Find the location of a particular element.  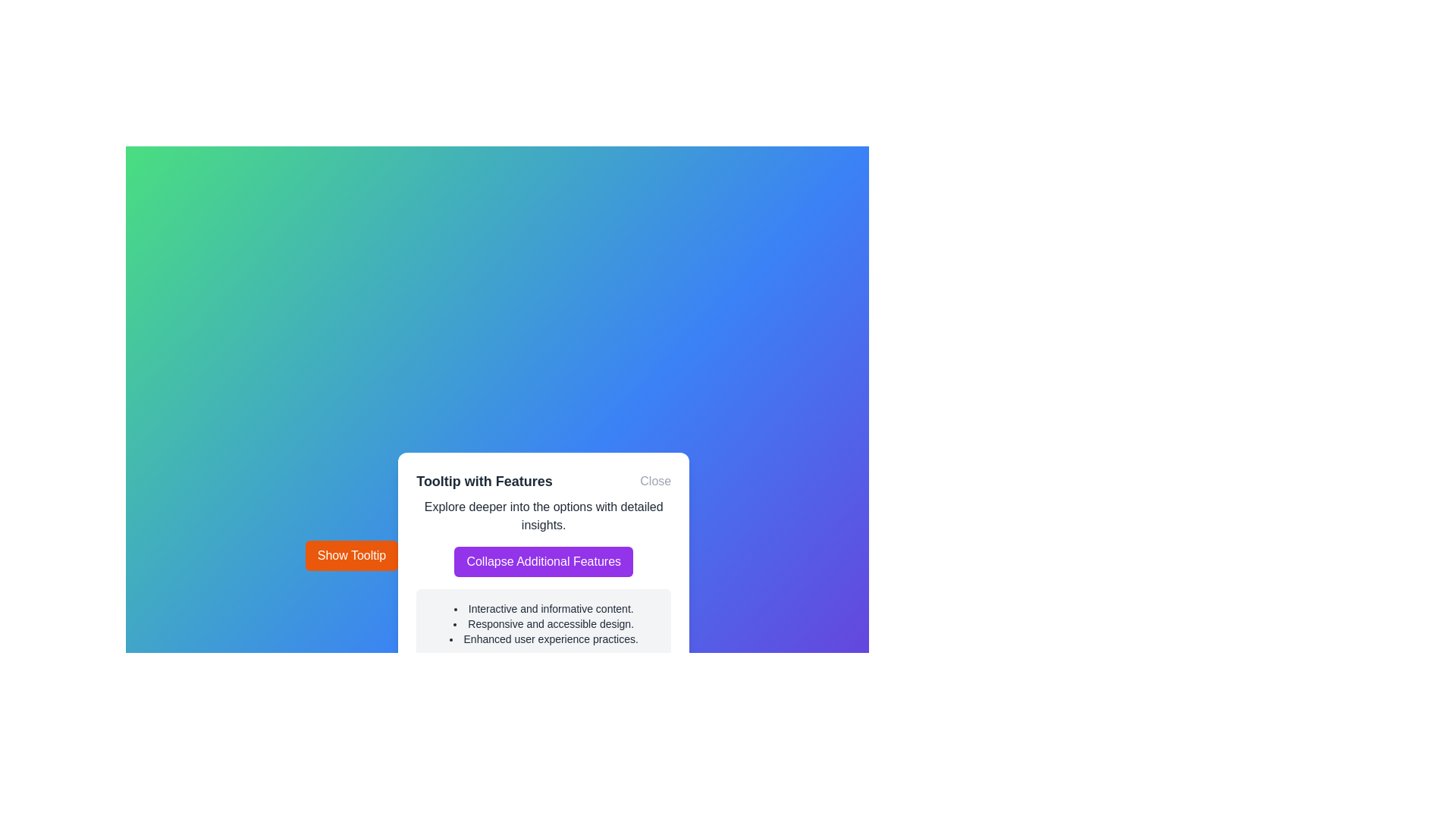

the header text label located at the top left of the tooltip pop-up, which serves as a descriptive title for the tooltip content is located at coordinates (483, 482).